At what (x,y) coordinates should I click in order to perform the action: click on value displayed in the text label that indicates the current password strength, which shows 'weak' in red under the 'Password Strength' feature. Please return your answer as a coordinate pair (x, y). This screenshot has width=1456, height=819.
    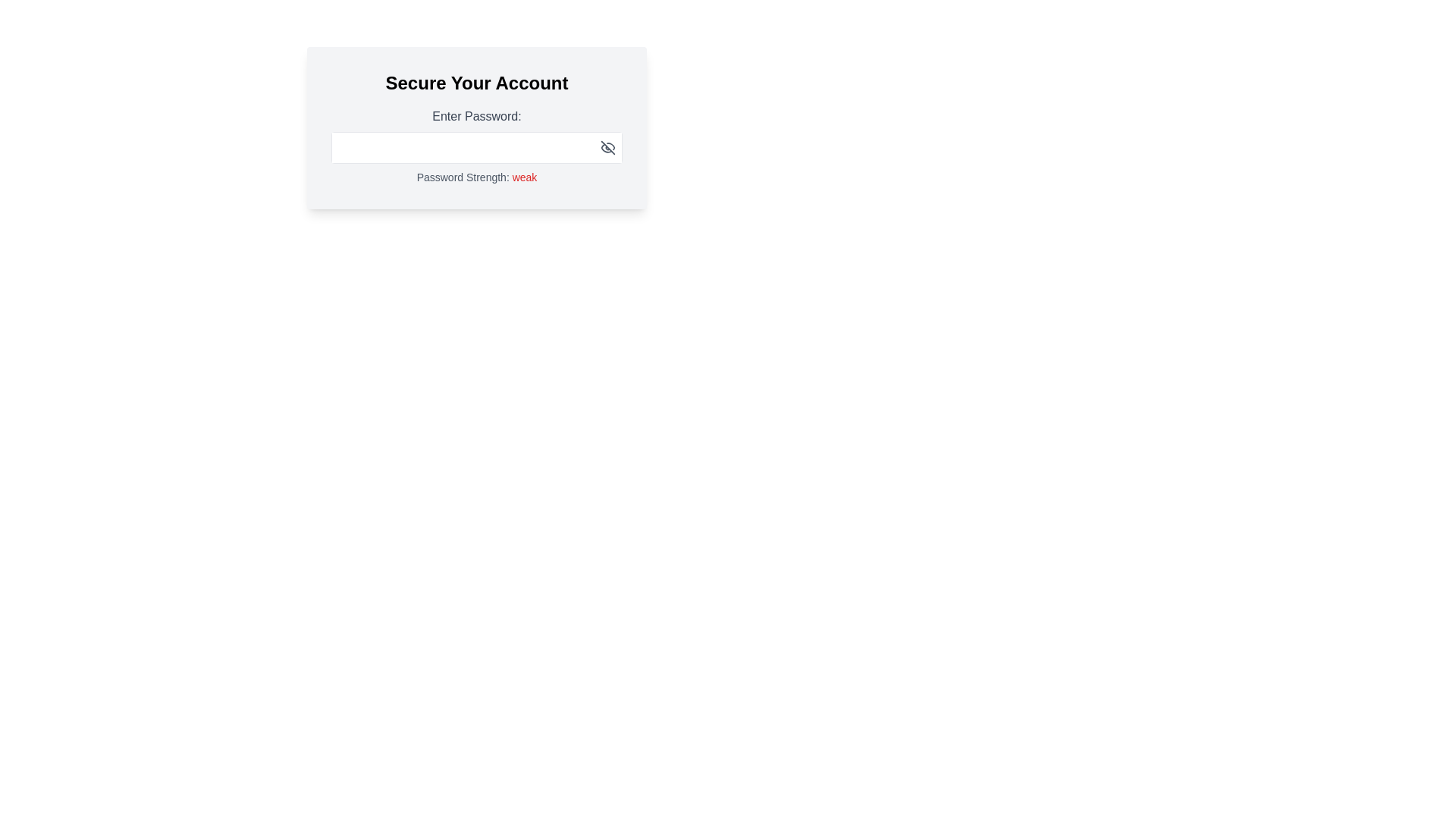
    Looking at the image, I should click on (524, 177).